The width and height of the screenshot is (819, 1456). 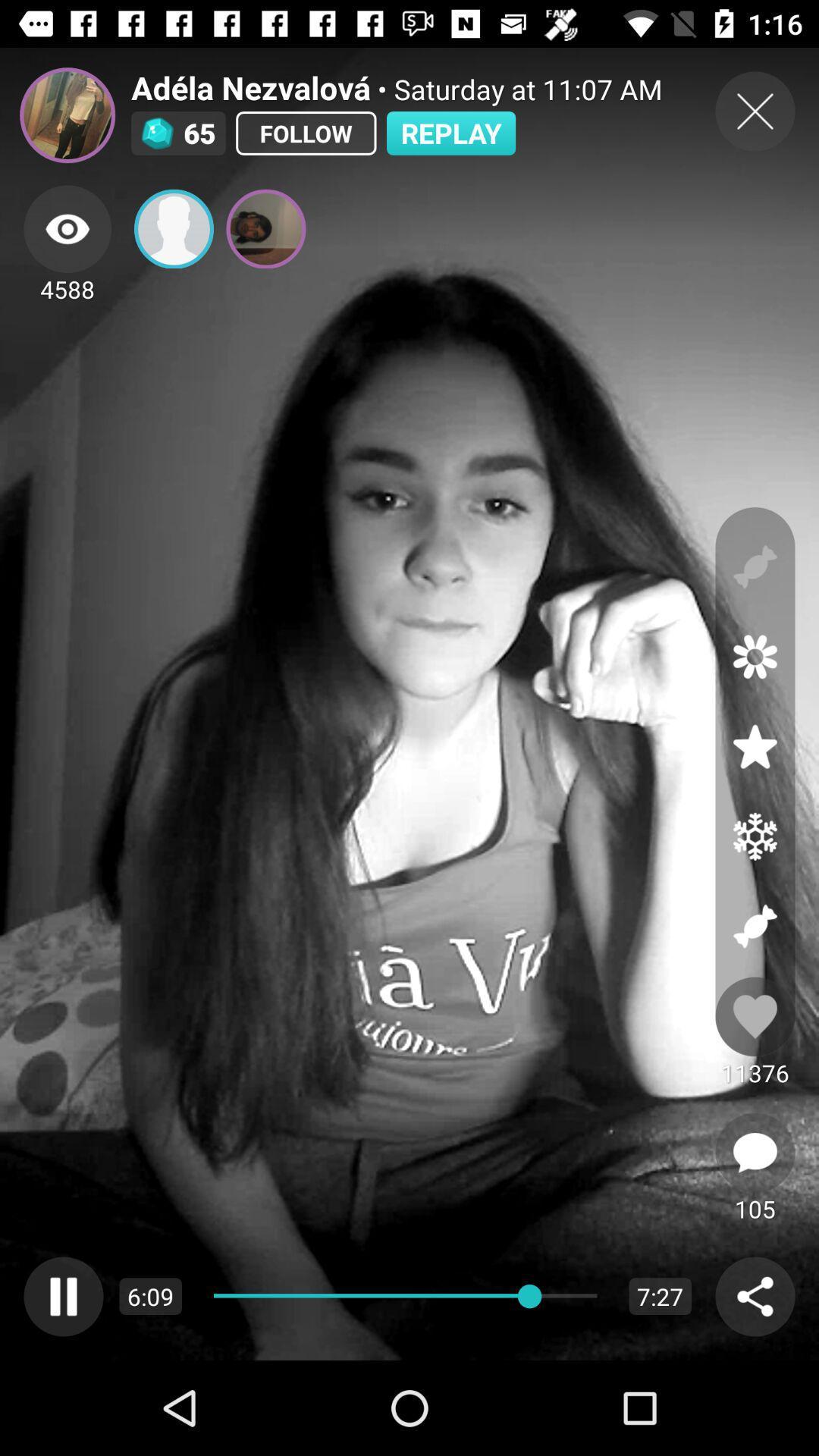 I want to click on exit out, so click(x=755, y=111).